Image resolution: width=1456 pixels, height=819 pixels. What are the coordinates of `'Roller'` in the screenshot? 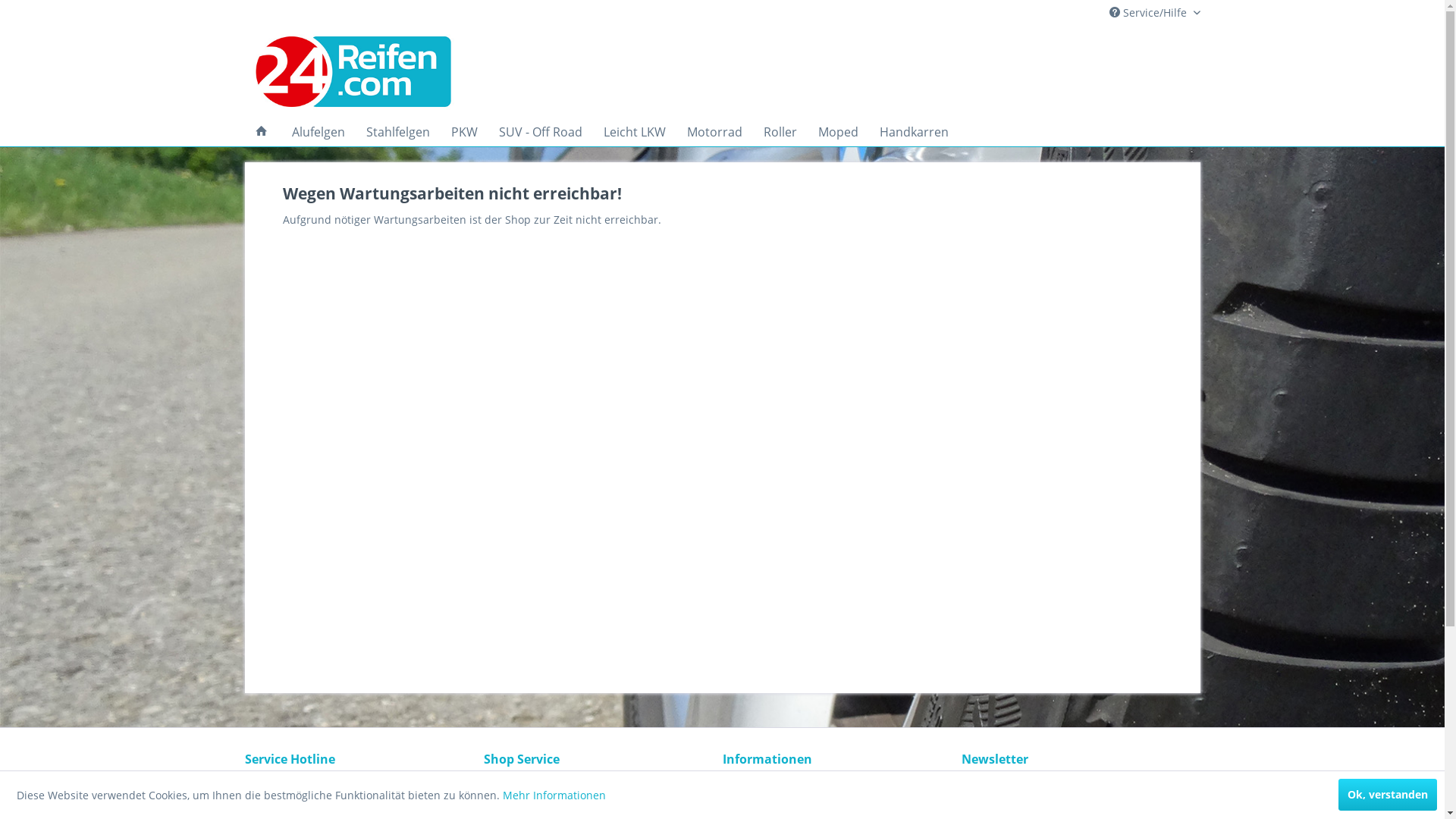 It's located at (779, 130).